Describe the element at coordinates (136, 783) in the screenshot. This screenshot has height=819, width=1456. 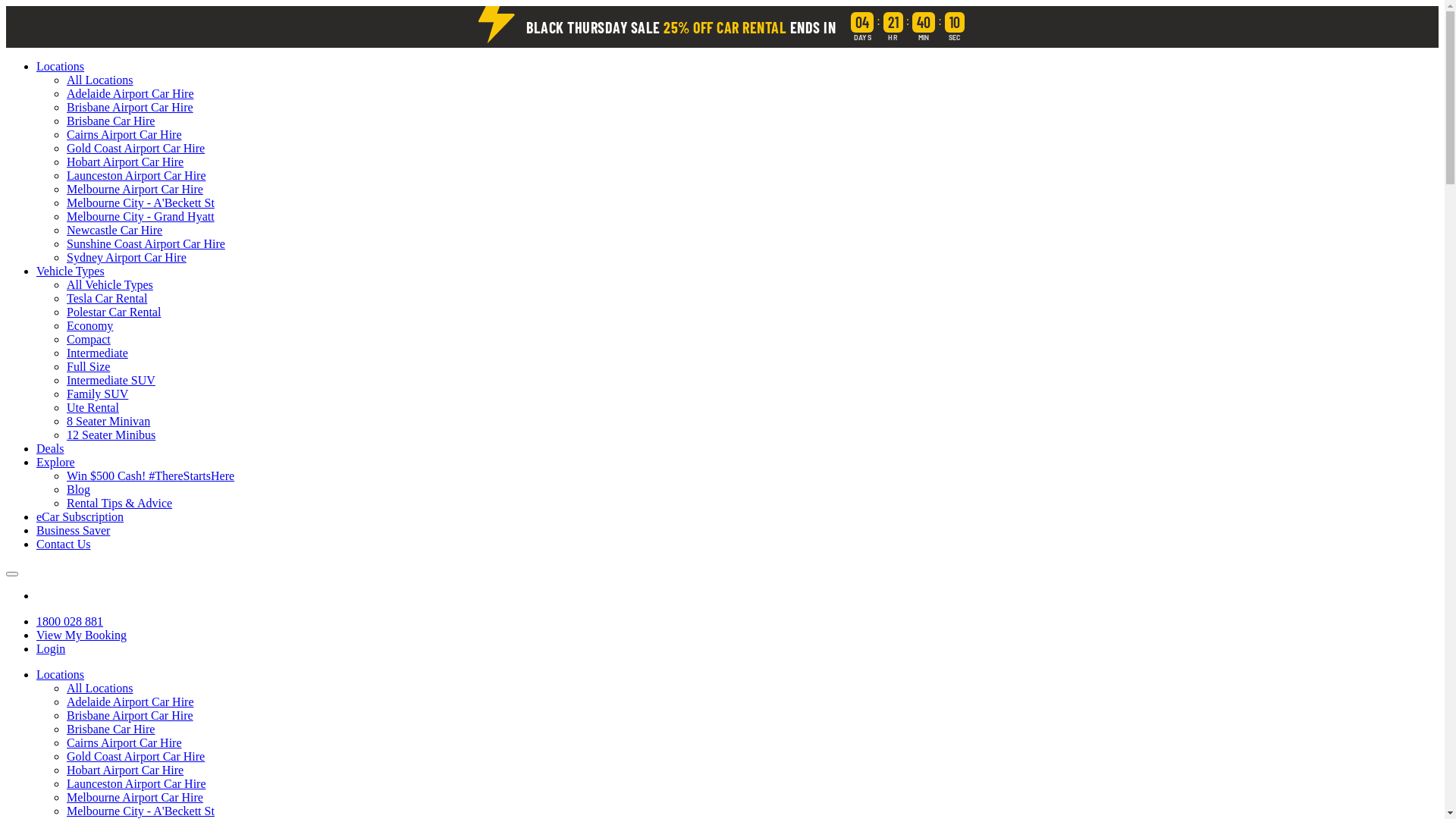
I see `'Launceston Airport Car Hire'` at that location.